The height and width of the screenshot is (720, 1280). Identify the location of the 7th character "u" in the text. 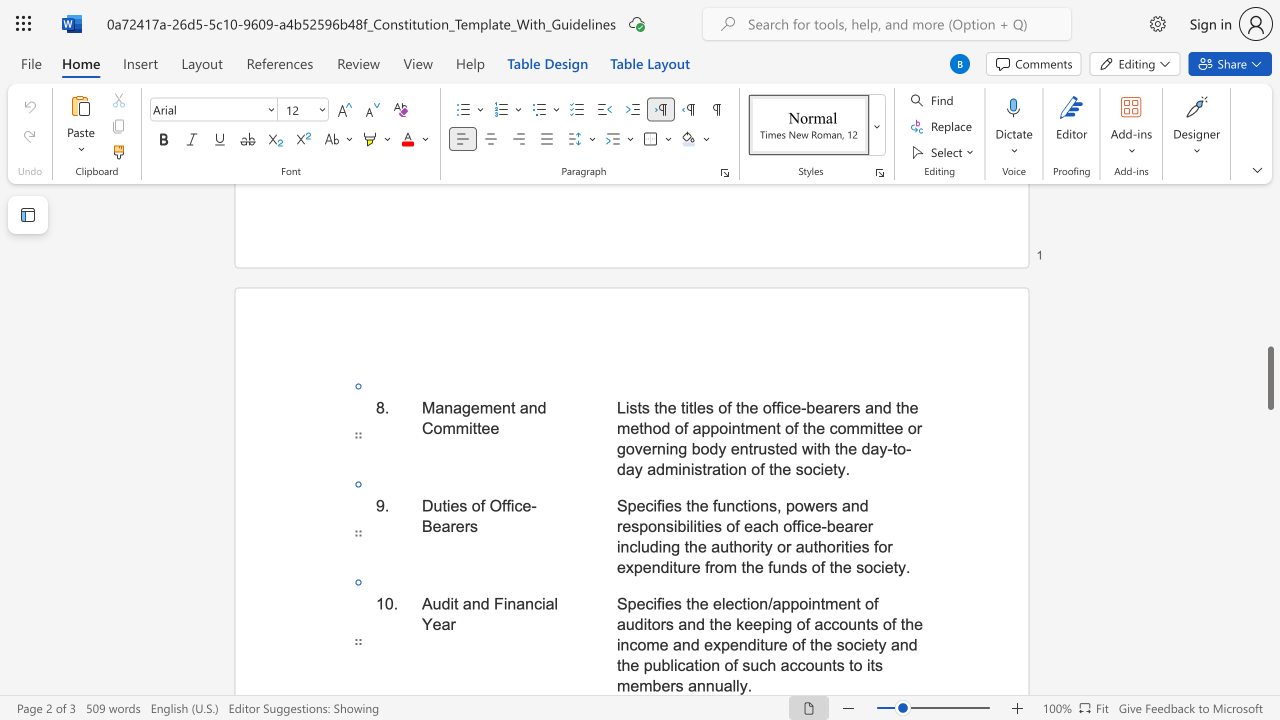
(719, 685).